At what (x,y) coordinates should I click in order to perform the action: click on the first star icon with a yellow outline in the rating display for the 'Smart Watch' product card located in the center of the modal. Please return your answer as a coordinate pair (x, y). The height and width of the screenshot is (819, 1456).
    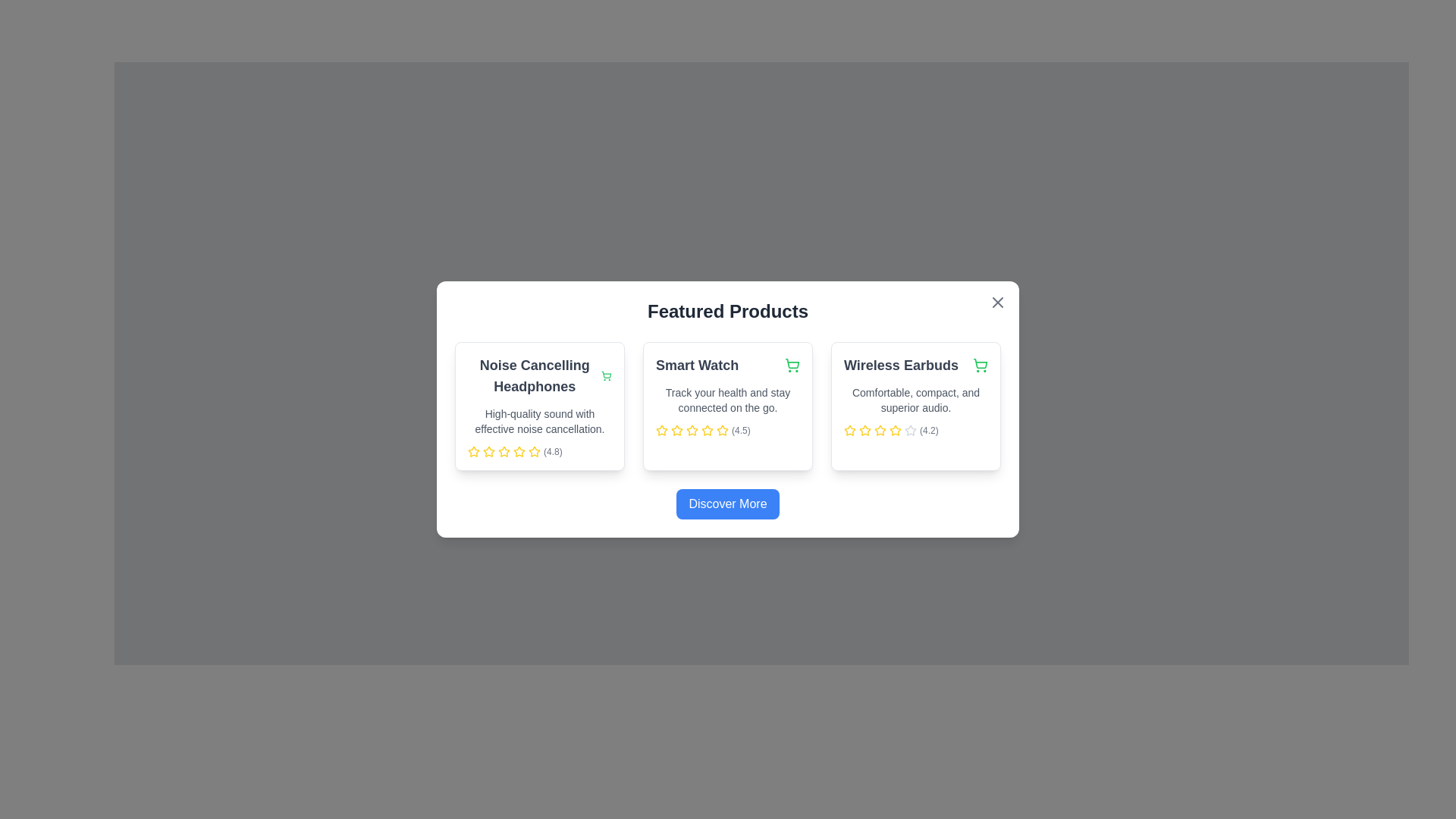
    Looking at the image, I should click on (662, 430).